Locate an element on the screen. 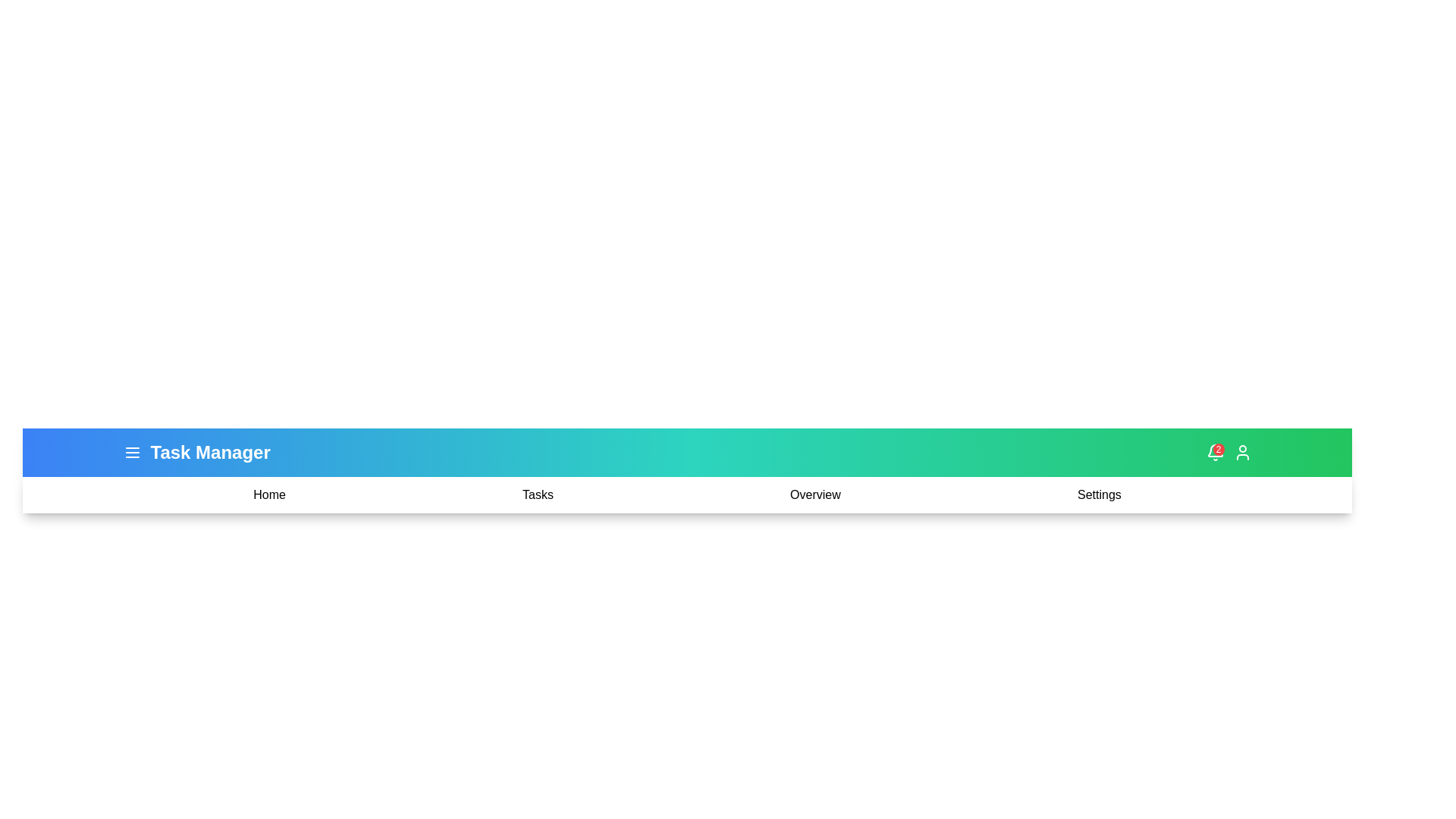  the menu item Overview to navigate to the corresponding section is located at coordinates (814, 494).